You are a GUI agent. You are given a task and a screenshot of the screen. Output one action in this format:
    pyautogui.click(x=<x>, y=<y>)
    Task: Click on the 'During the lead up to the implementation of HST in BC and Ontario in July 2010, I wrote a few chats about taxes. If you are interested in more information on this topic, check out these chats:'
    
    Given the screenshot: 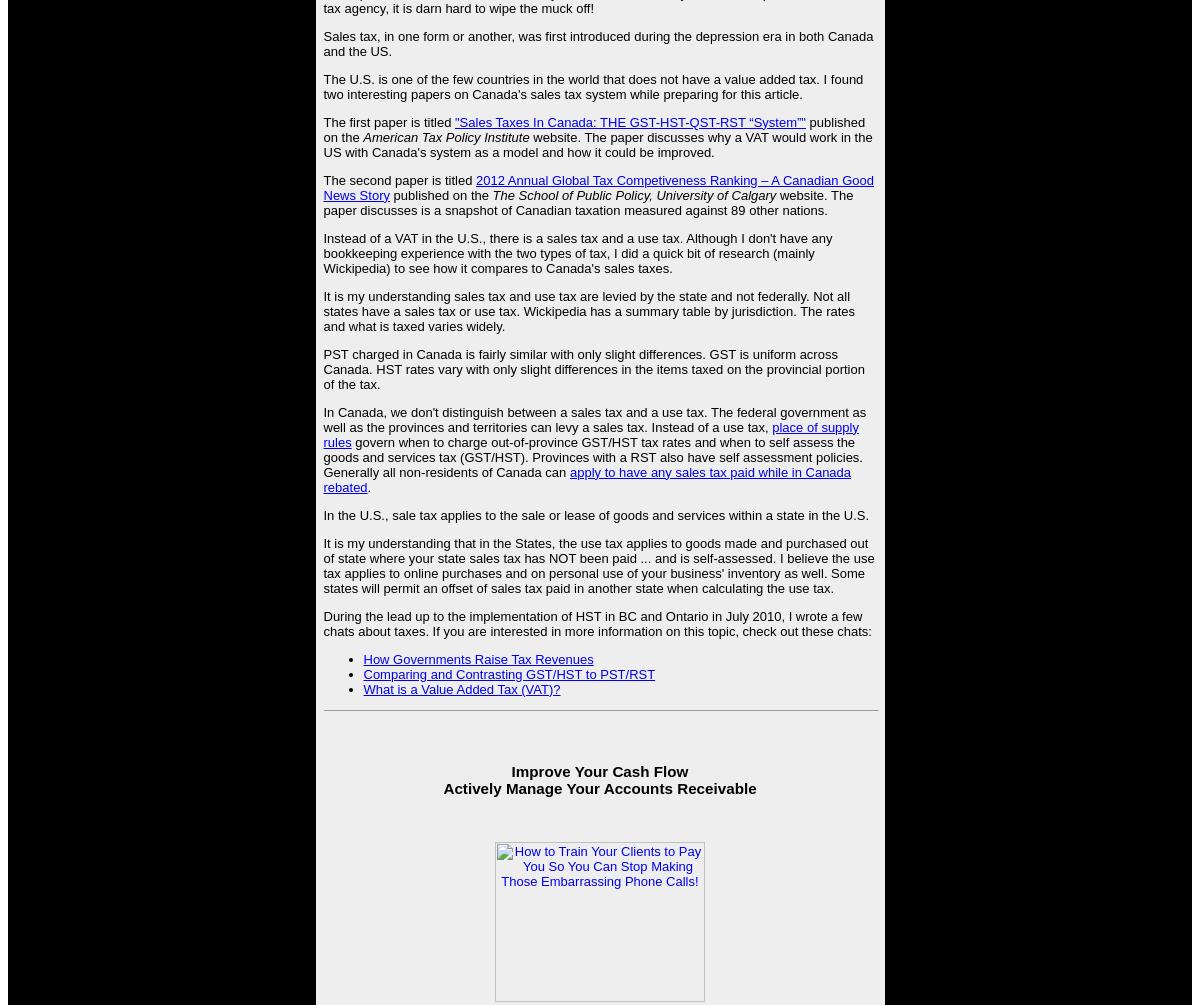 What is the action you would take?
    pyautogui.click(x=596, y=621)
    